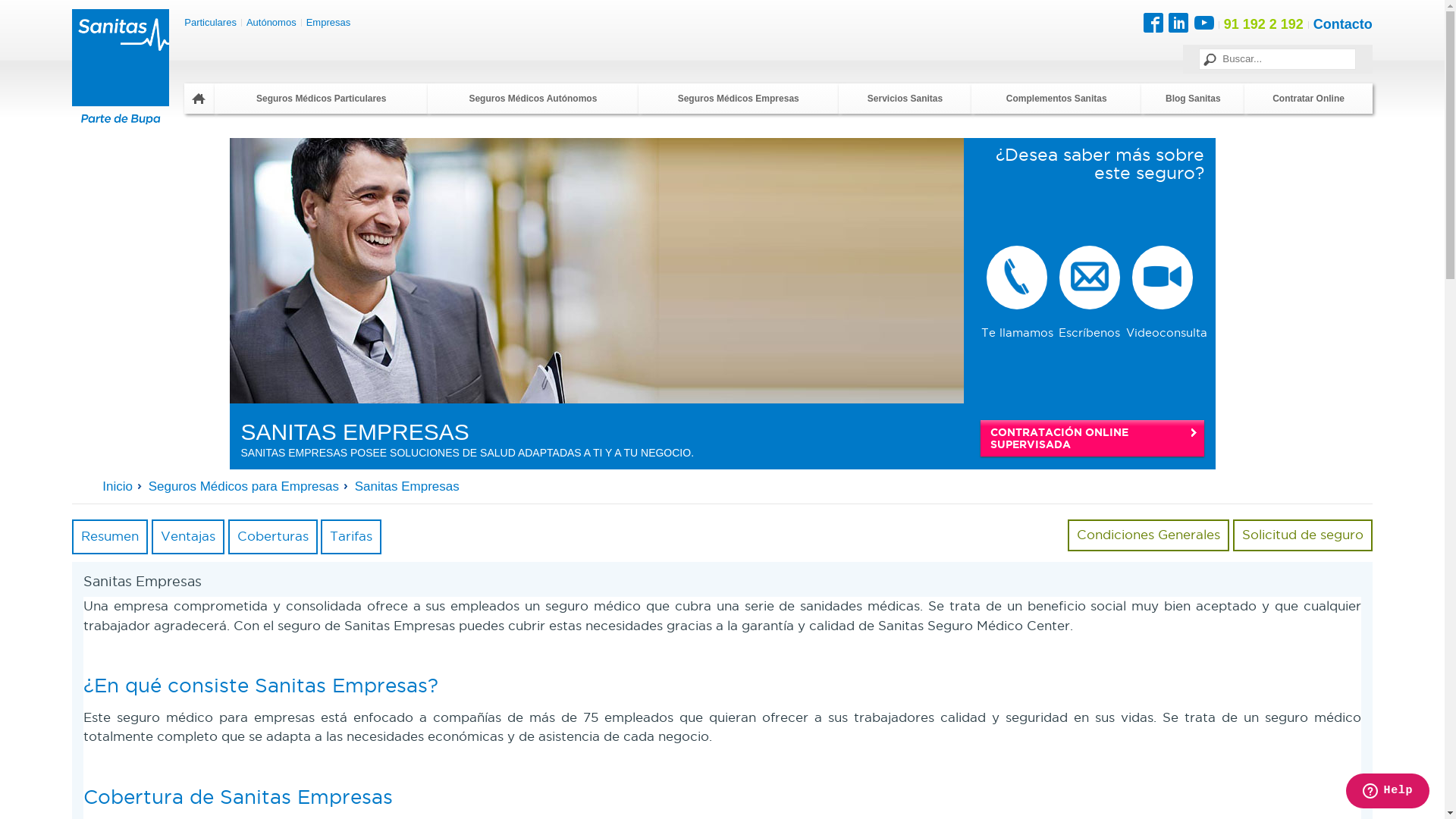 This screenshot has width=1456, height=819. Describe the element at coordinates (1148, 534) in the screenshot. I see `'Condiciones Generales'` at that location.